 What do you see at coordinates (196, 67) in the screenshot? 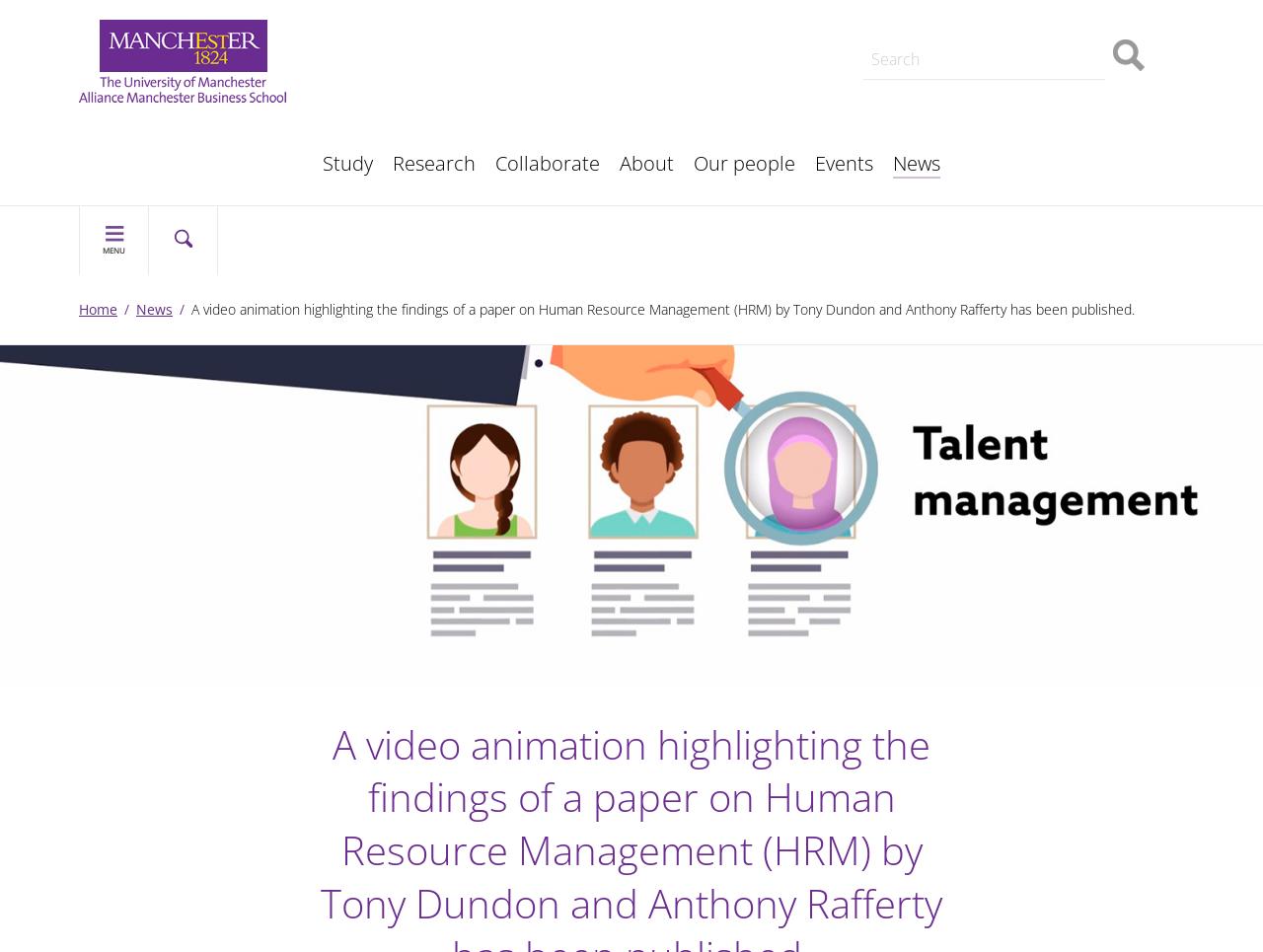
I see `'Rankings and accreditations'` at bounding box center [196, 67].